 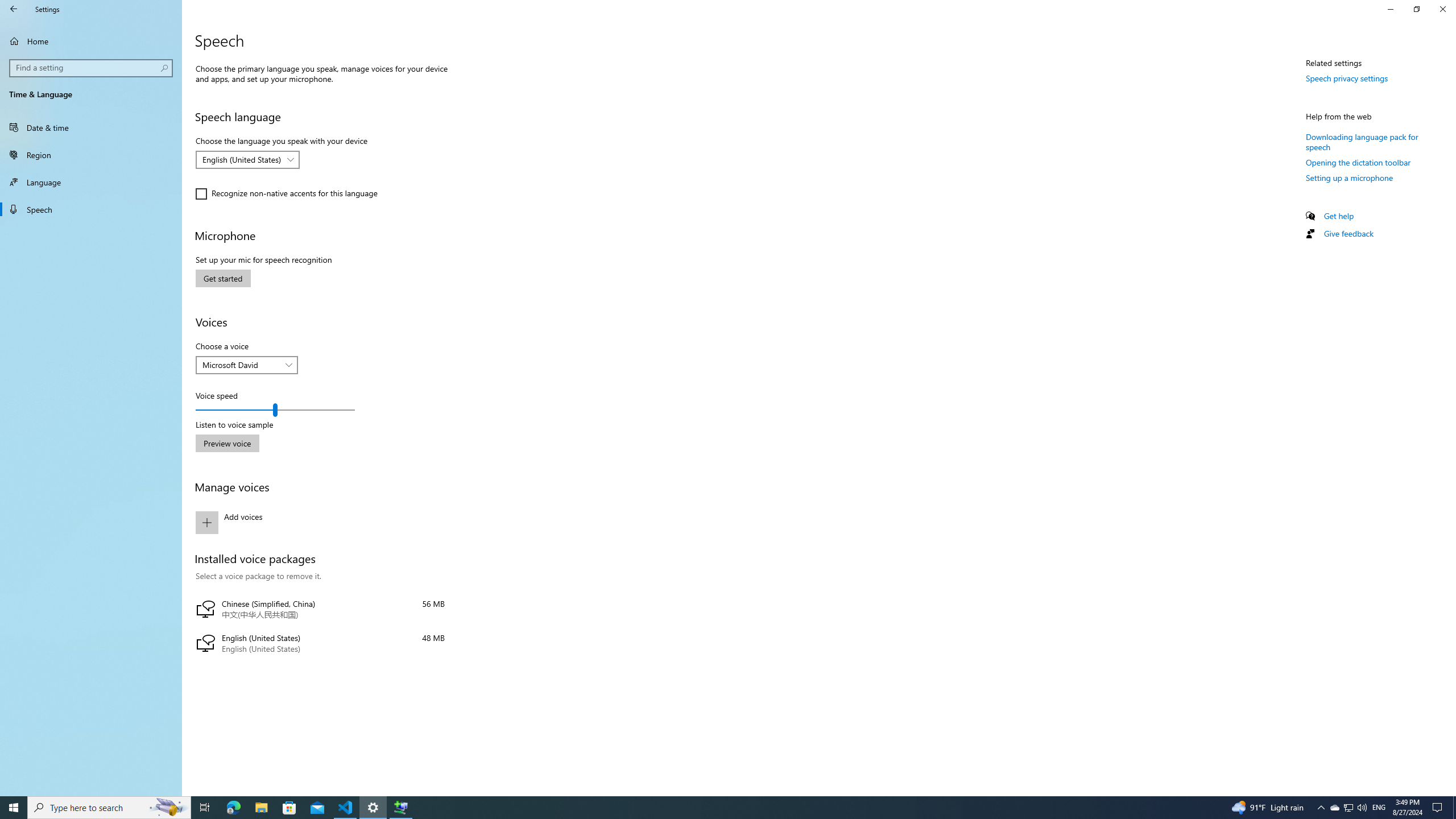 I want to click on 'Downloading language pack for speech', so click(x=1361, y=141).